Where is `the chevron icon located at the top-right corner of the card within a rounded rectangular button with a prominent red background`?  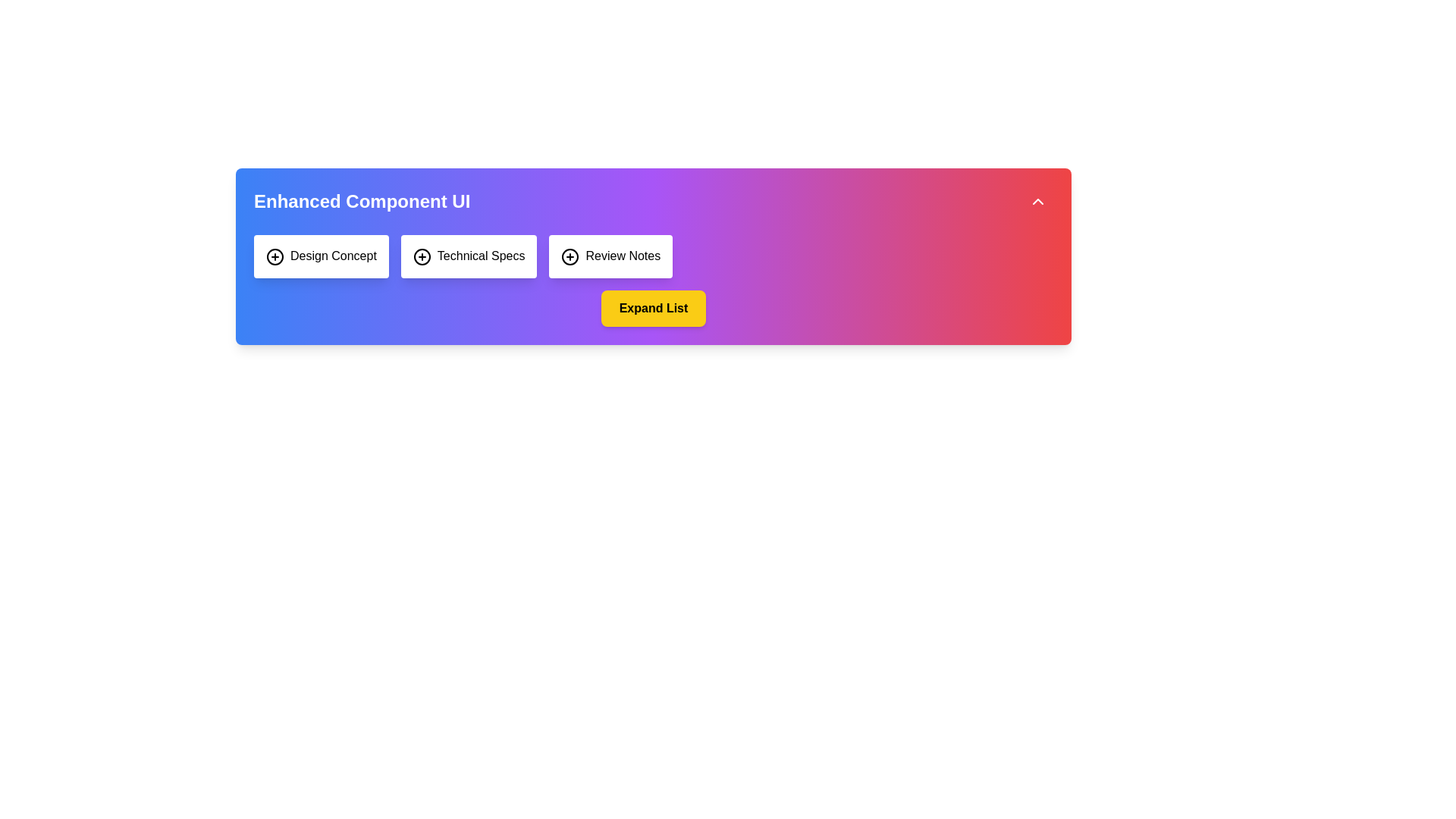 the chevron icon located at the top-right corner of the card within a rounded rectangular button with a prominent red background is located at coordinates (1037, 201).